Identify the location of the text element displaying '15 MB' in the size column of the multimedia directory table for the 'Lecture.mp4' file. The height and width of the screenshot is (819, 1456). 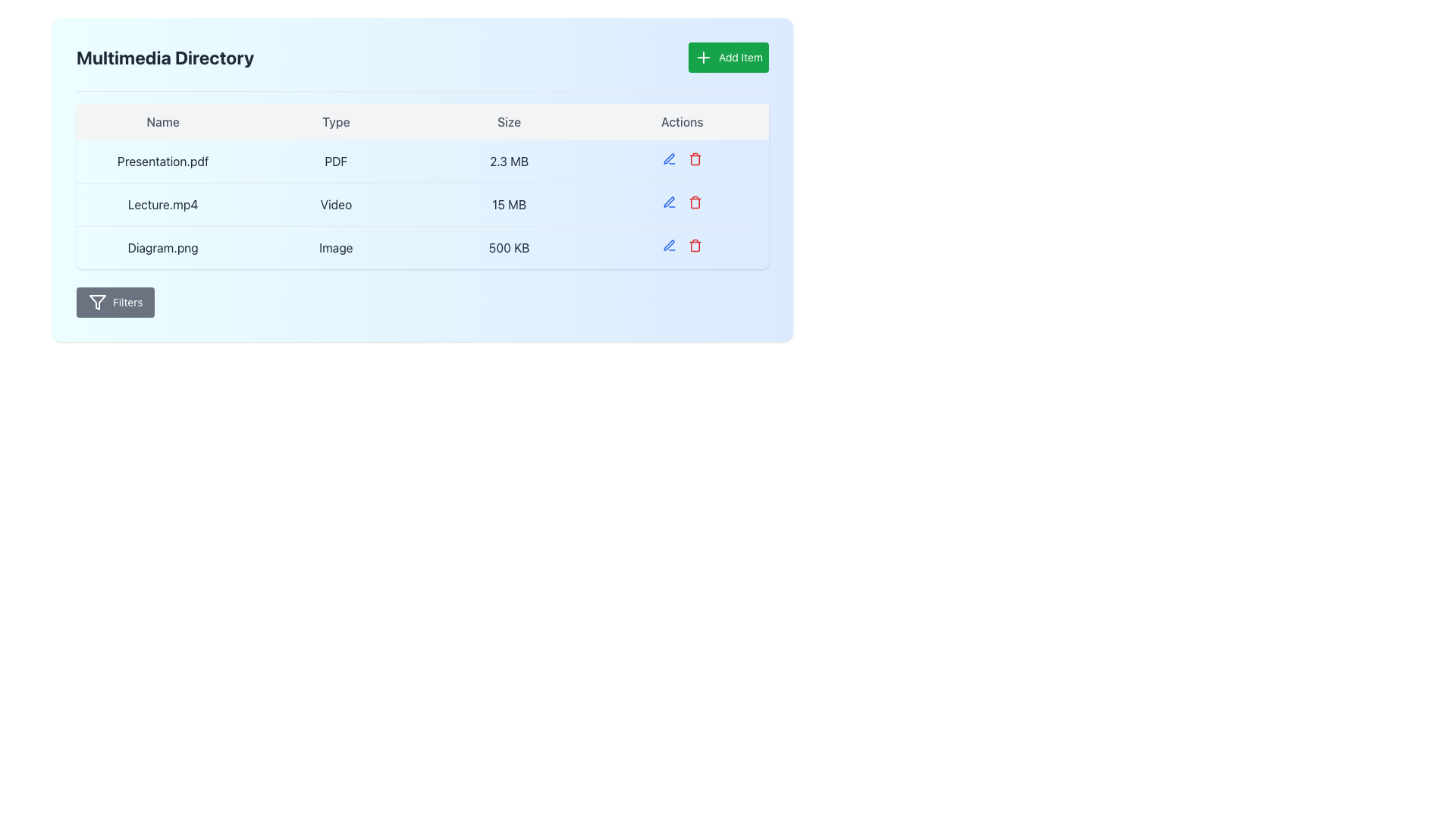
(509, 205).